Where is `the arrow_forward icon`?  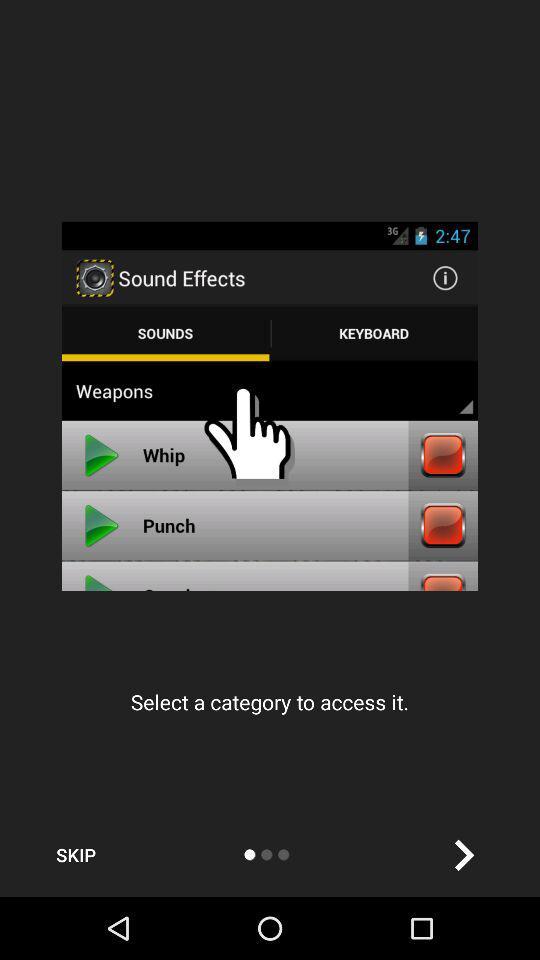 the arrow_forward icon is located at coordinates (463, 854).